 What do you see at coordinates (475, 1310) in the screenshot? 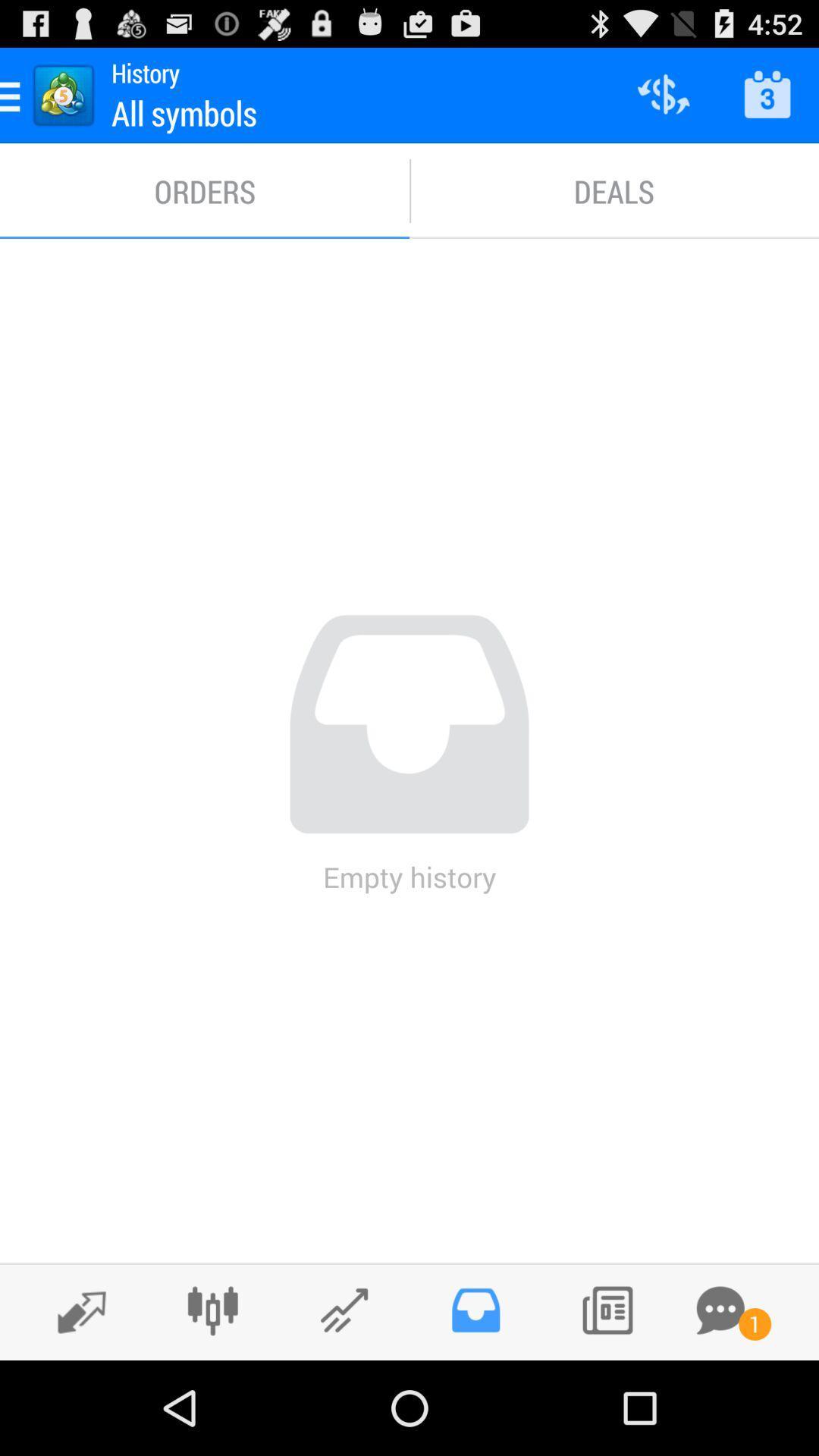
I see `history` at bounding box center [475, 1310].